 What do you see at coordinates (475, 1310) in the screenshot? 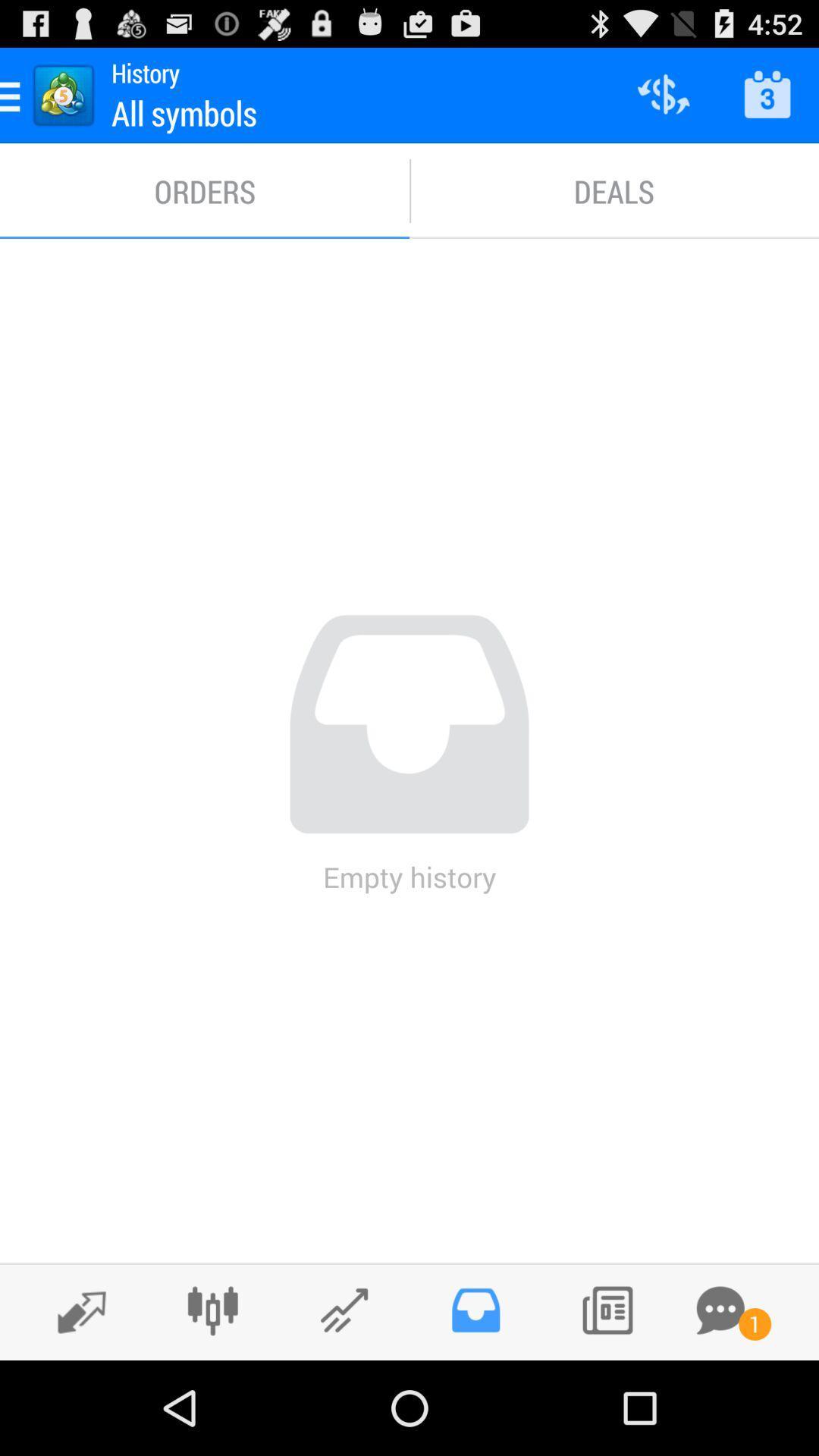
I see `history` at bounding box center [475, 1310].